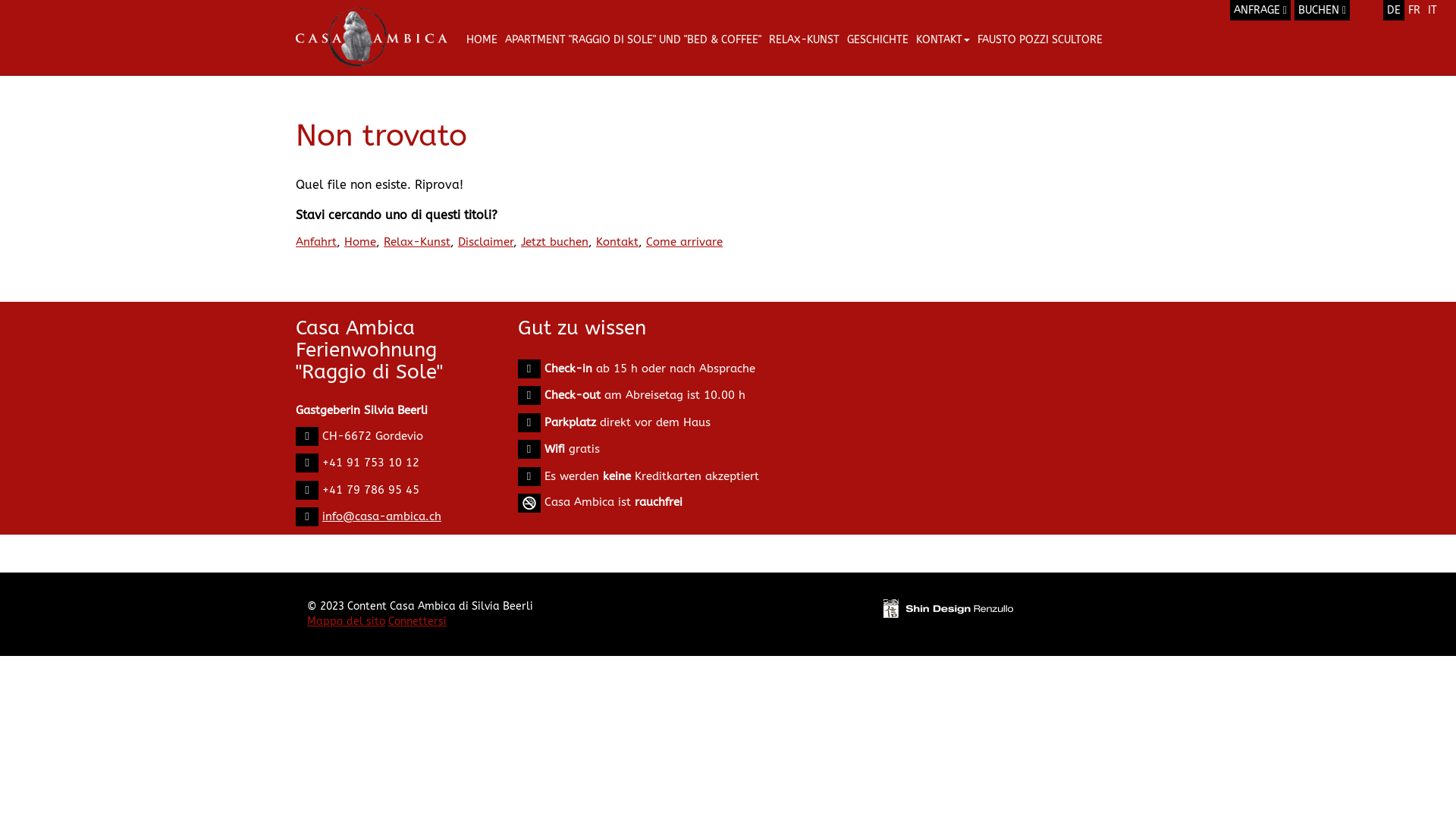 This screenshot has width=1456, height=819. I want to click on 'Shin Design Renzullo', so click(947, 607).